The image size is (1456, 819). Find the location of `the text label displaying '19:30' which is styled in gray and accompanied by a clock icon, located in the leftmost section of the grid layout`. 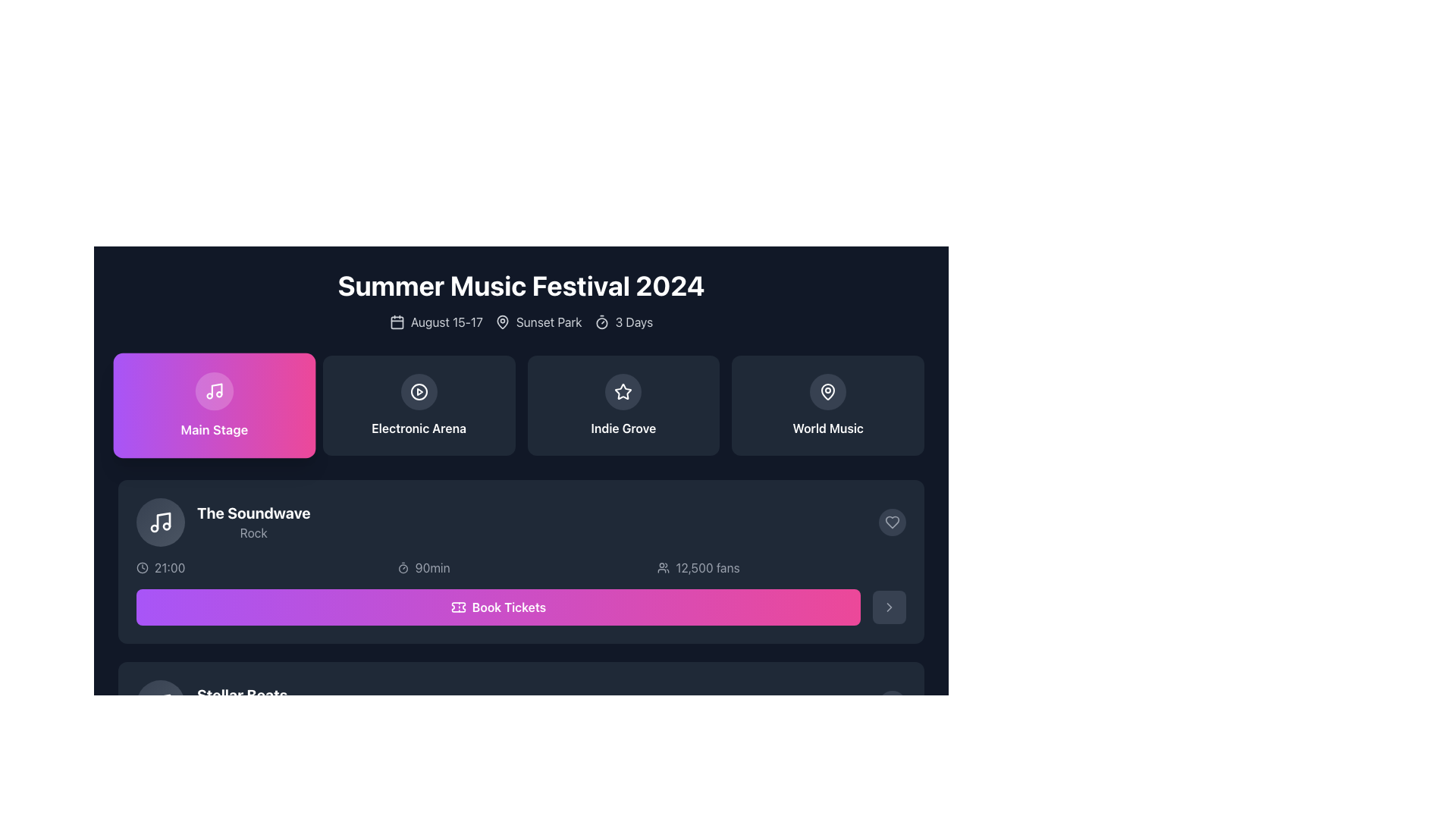

the text label displaying '19:30' which is styled in gray and accompanied by a clock icon, located in the leftmost section of the grid layout is located at coordinates (260, 748).